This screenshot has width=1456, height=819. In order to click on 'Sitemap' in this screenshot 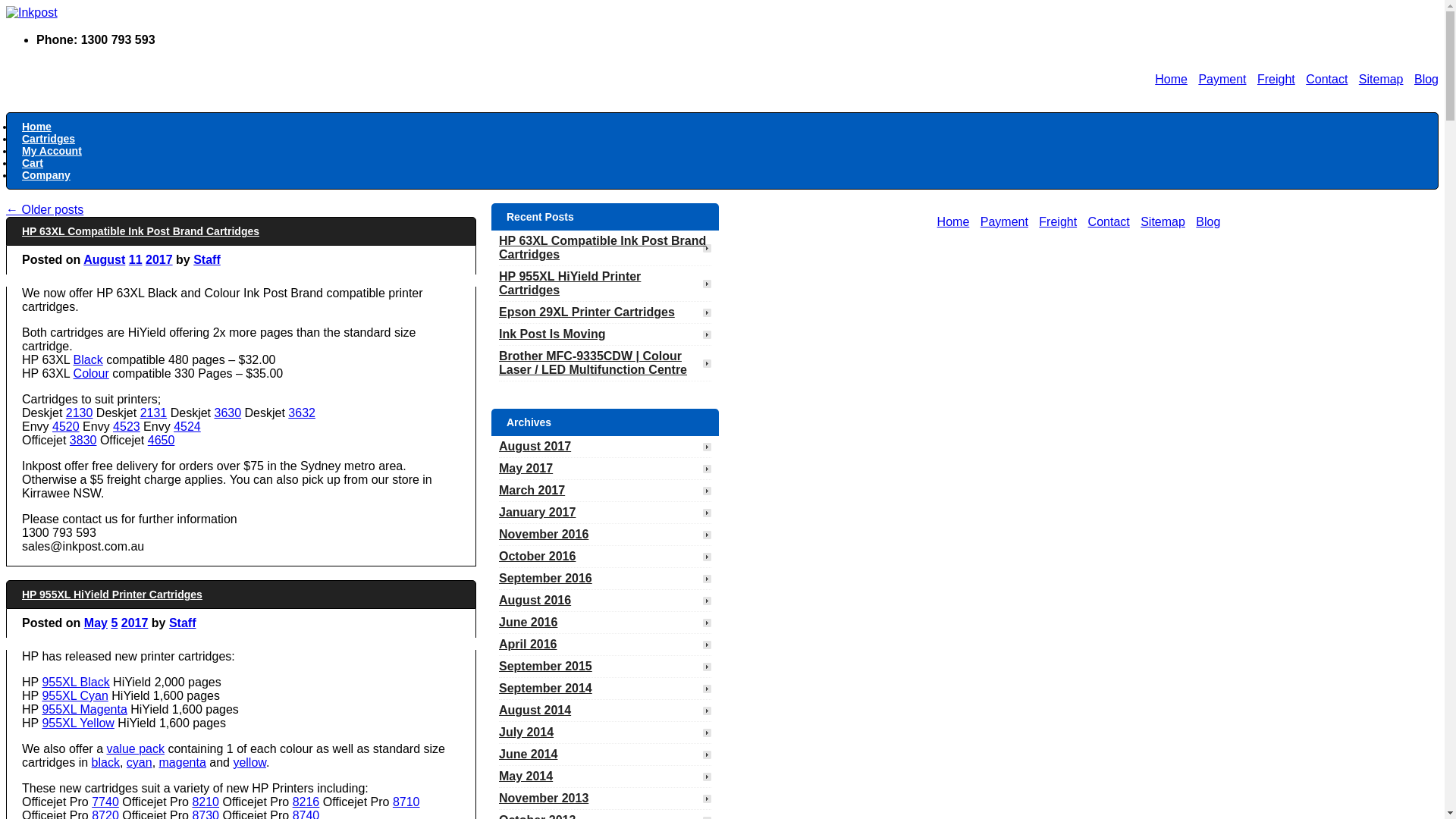, I will do `click(1381, 79)`.